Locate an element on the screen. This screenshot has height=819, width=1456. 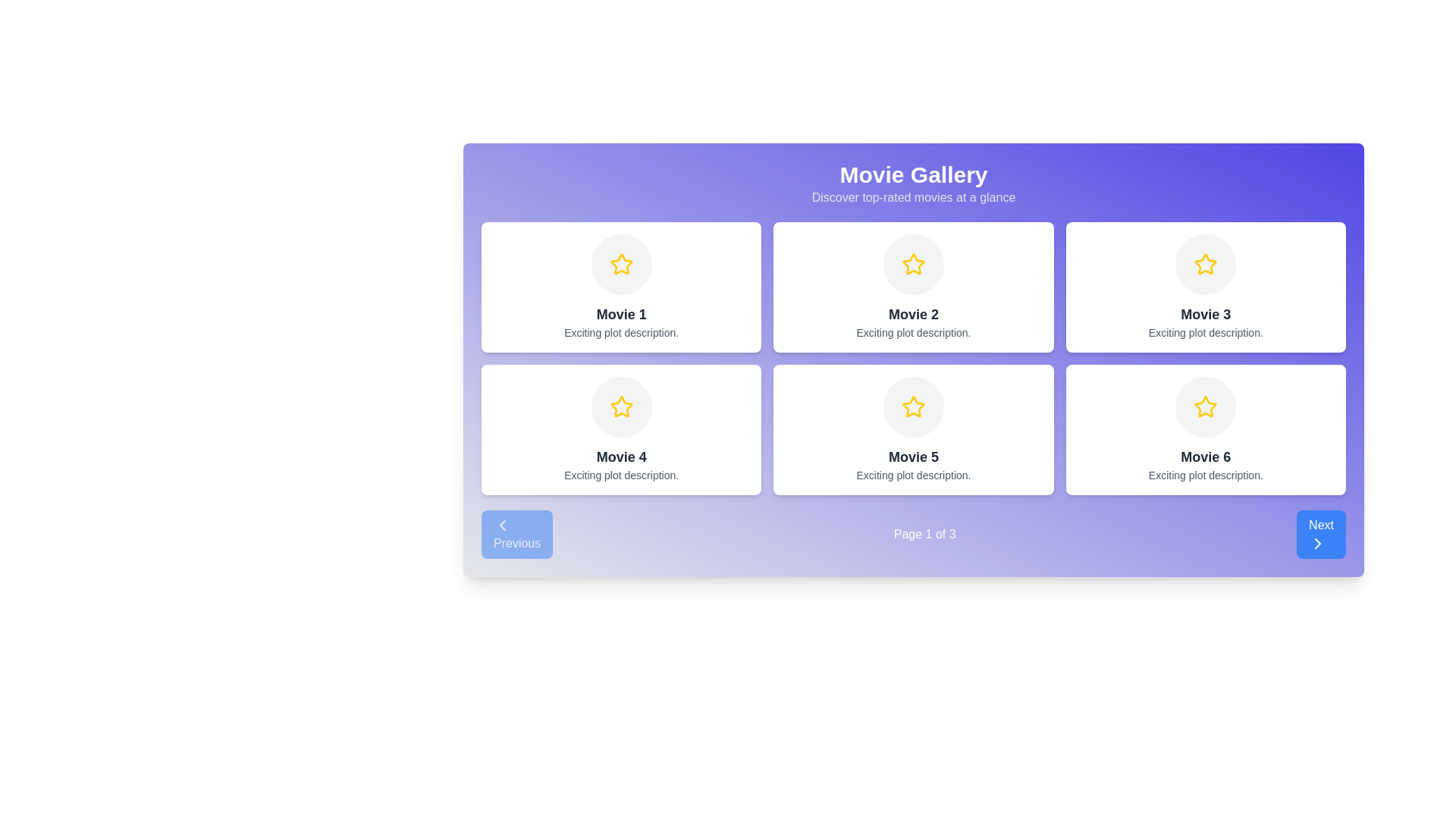
the text label displaying the title 'Movie 3', which is the third title in the row of movie cards, positioned directly below the circular star icon is located at coordinates (1205, 314).